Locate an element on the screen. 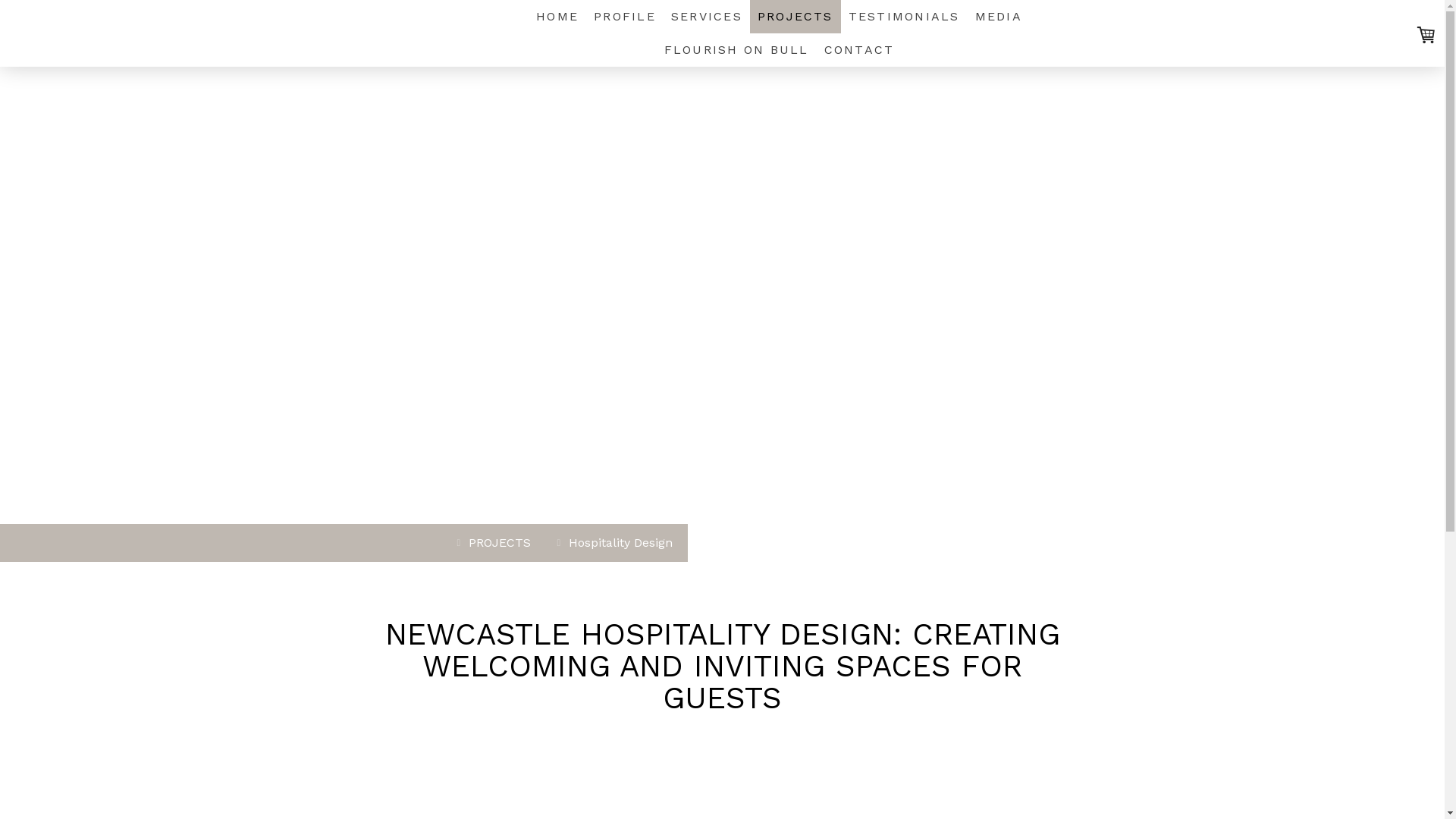 This screenshot has width=1456, height=819. 'MEDIA' is located at coordinates (967, 17).